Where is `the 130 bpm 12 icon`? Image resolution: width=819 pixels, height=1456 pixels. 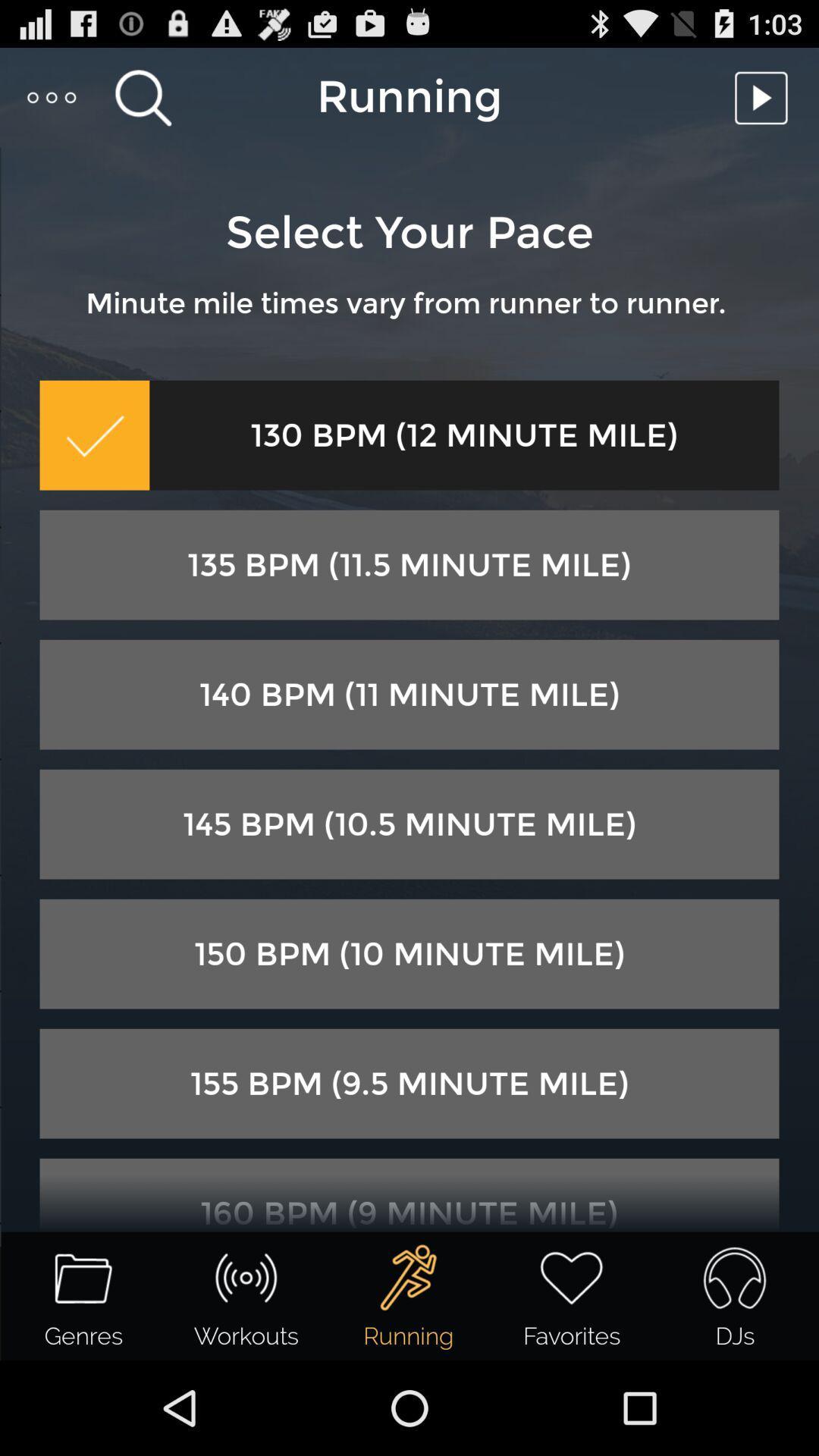
the 130 bpm 12 icon is located at coordinates (463, 435).